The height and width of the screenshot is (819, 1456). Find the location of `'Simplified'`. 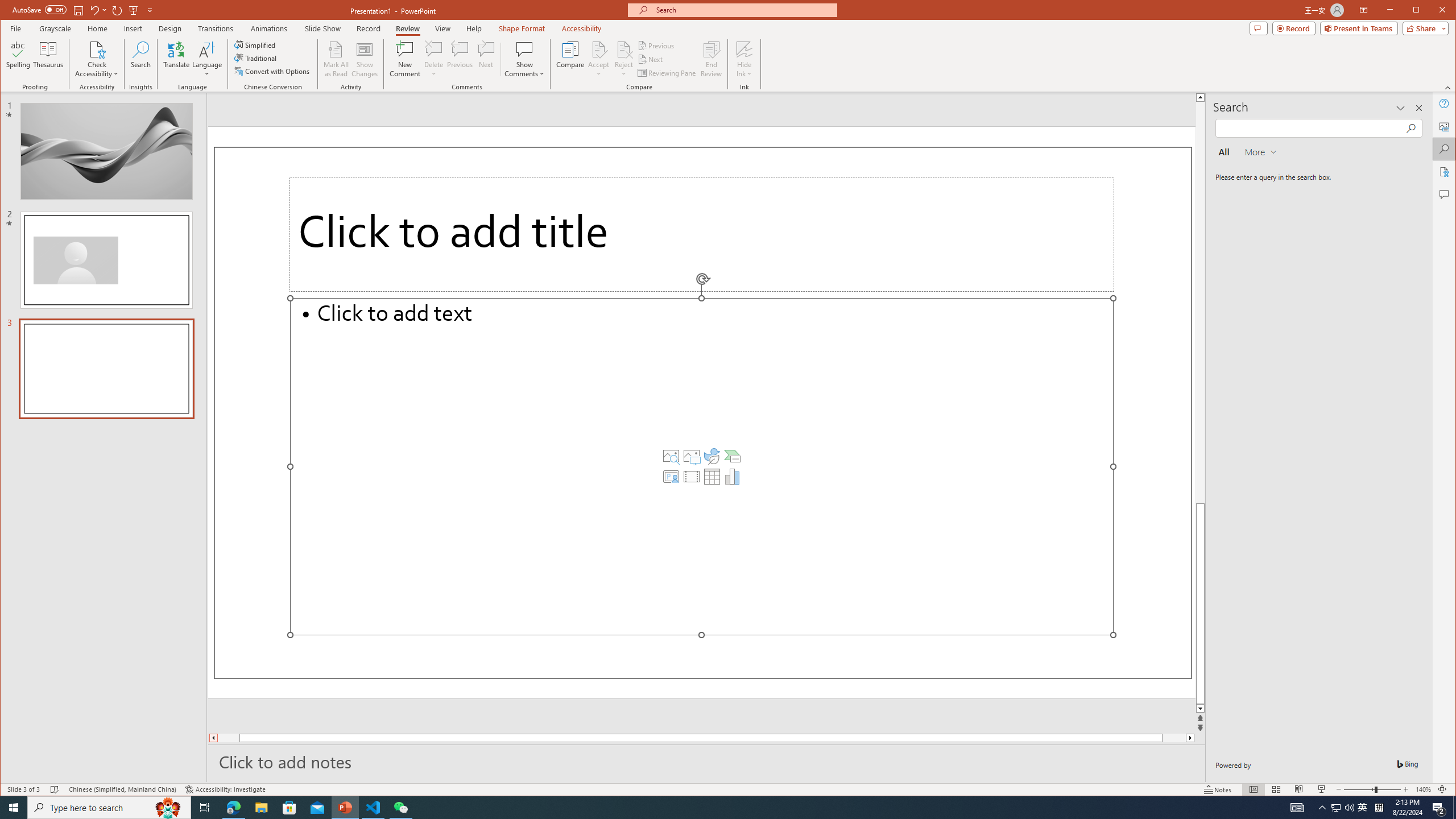

'Simplified' is located at coordinates (255, 44).